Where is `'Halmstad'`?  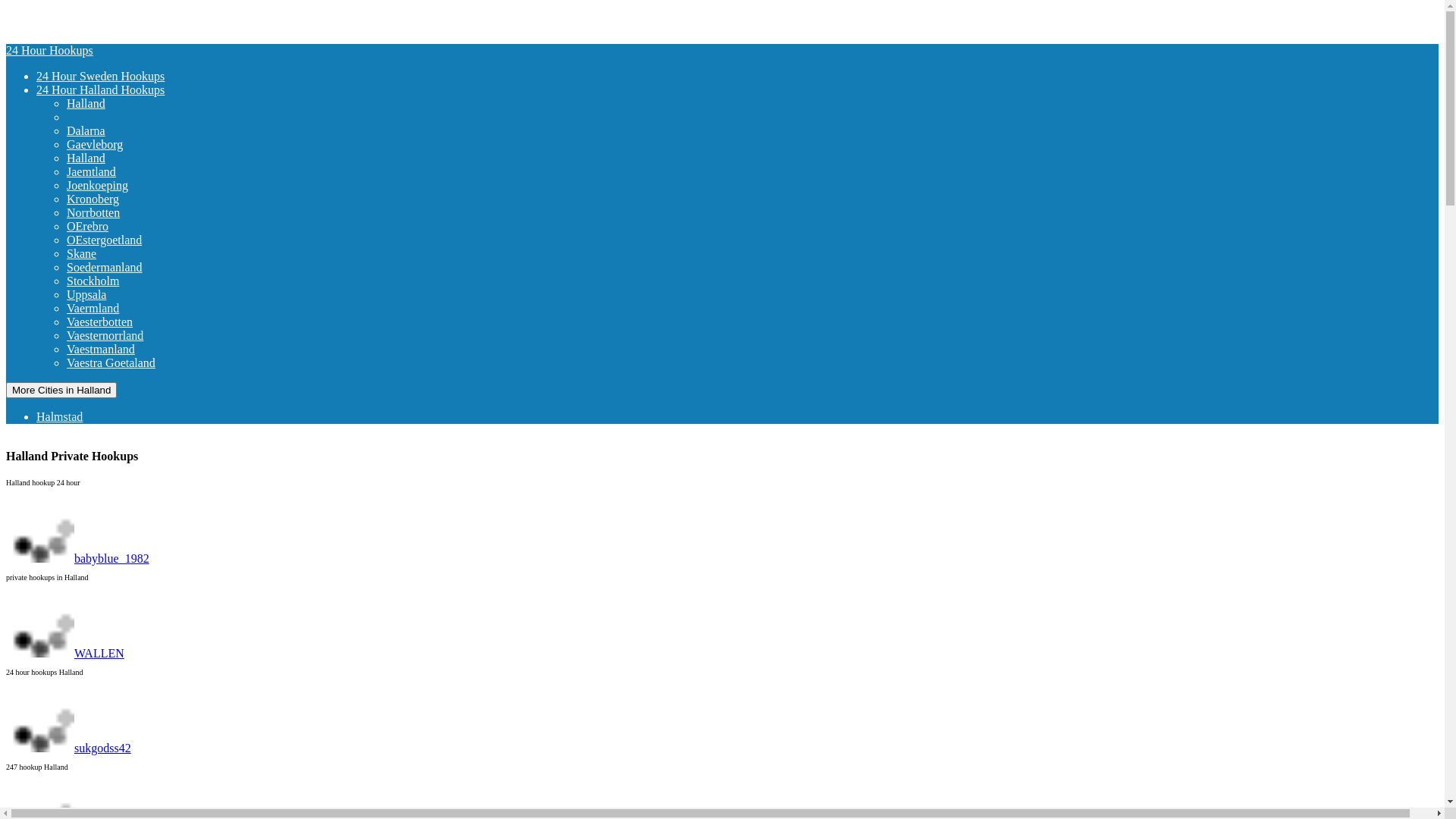
'Halmstad' is located at coordinates (85, 416).